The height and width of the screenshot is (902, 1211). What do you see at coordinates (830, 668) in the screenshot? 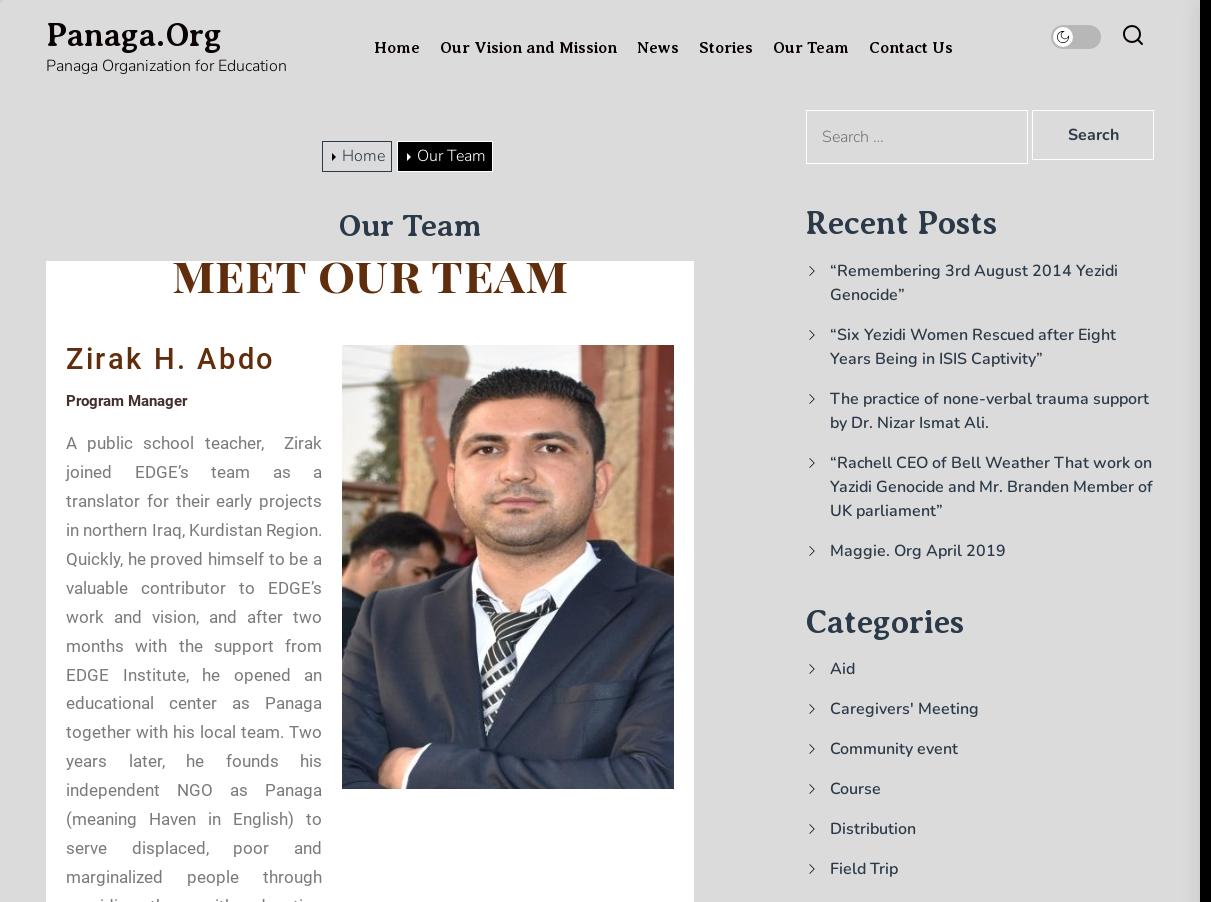
I see `'Aid'` at bounding box center [830, 668].